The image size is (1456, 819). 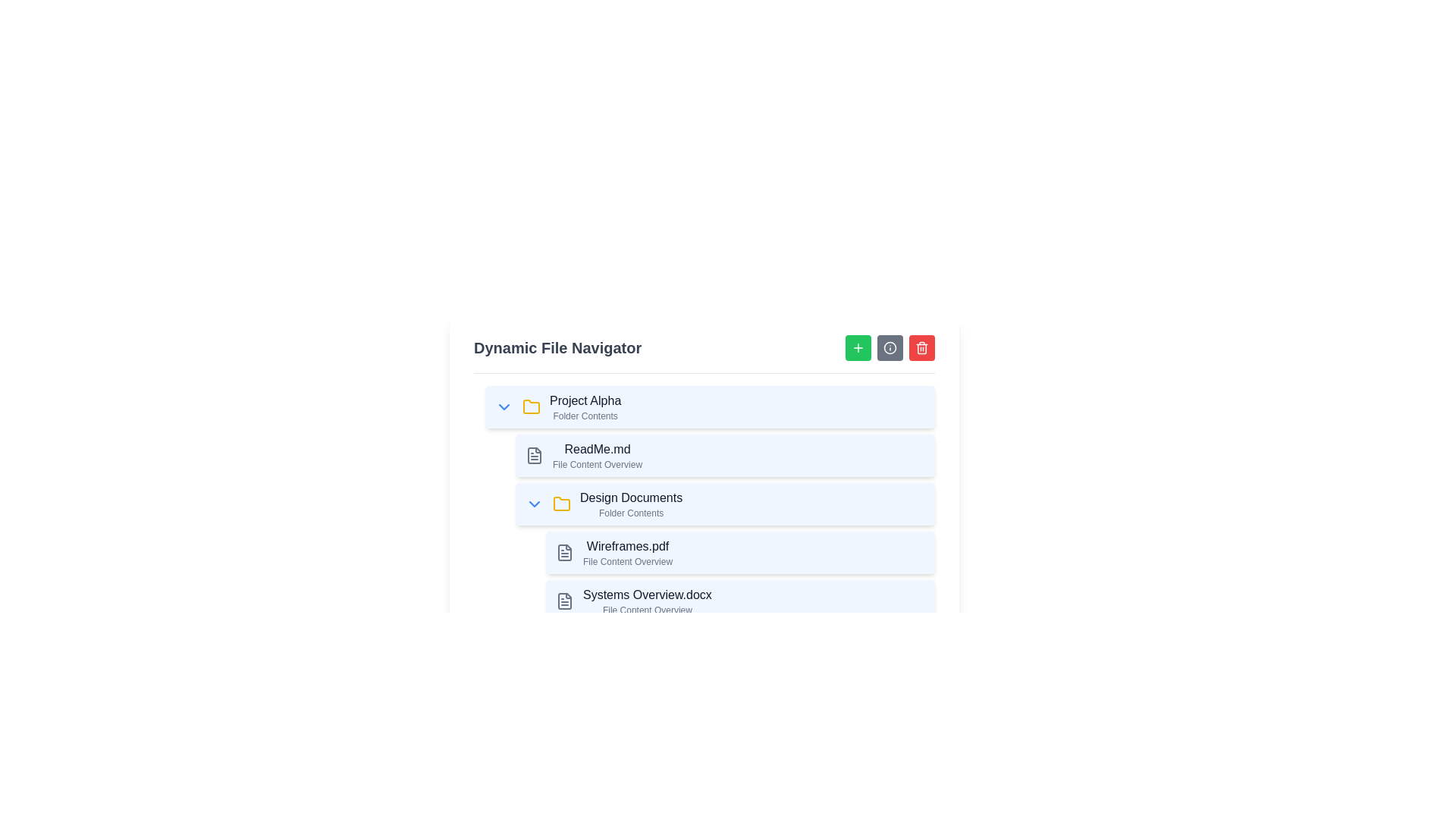 I want to click on the information icon, which is styled with a minimalist design and located in a rounded rectangular button in the upper right section of the interface, so click(x=890, y=348).